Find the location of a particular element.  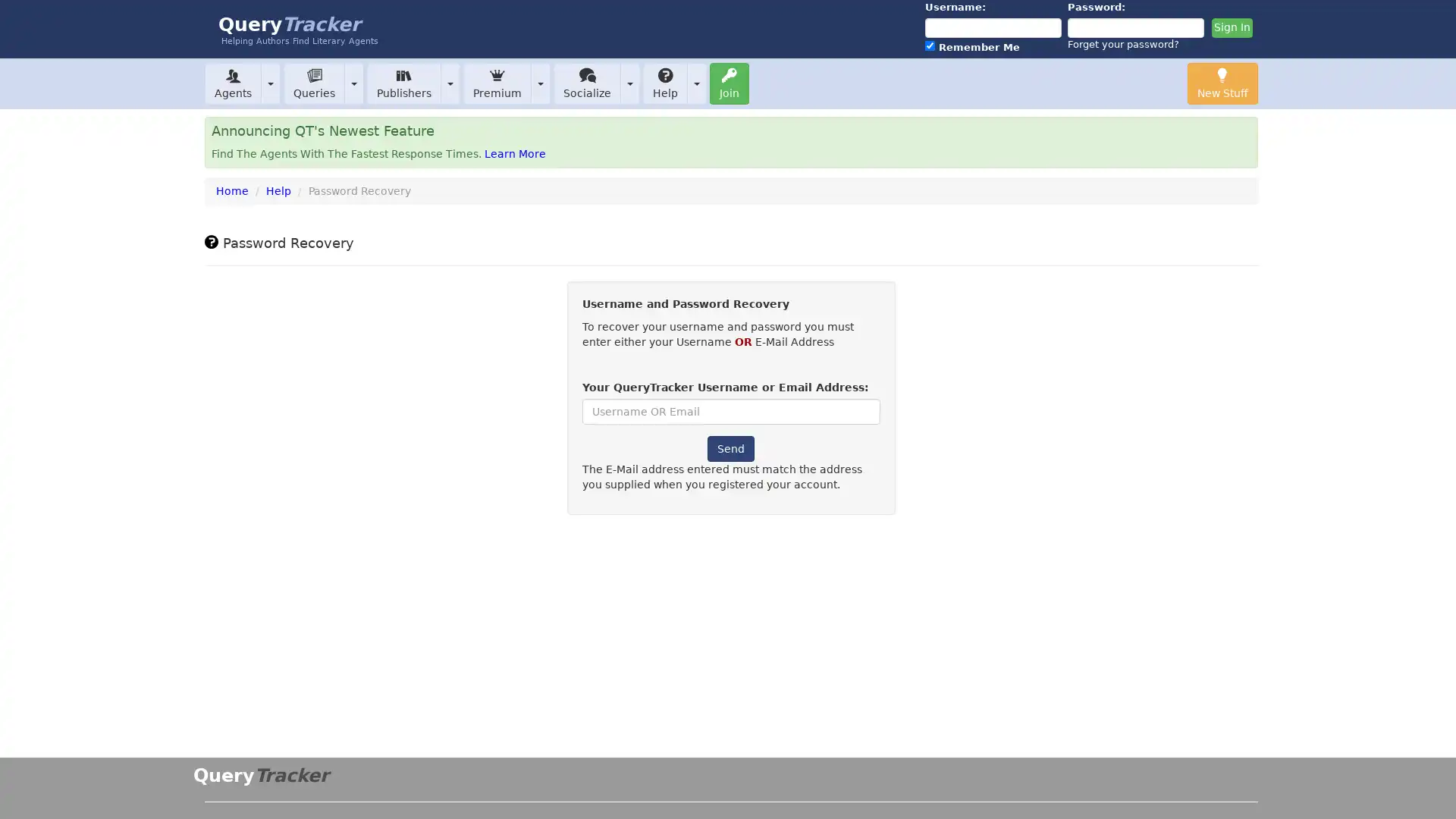

Toggle Dropdown is located at coordinates (629, 83).